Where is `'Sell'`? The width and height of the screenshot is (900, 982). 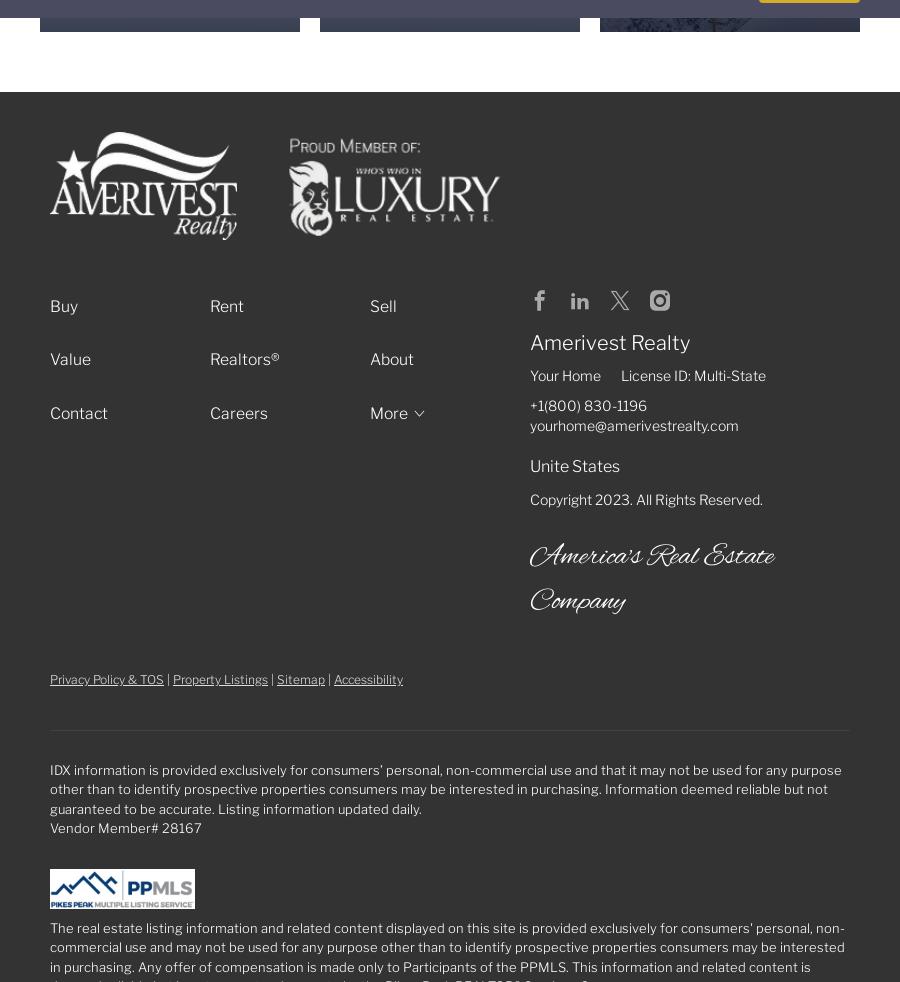
'Sell' is located at coordinates (369, 305).